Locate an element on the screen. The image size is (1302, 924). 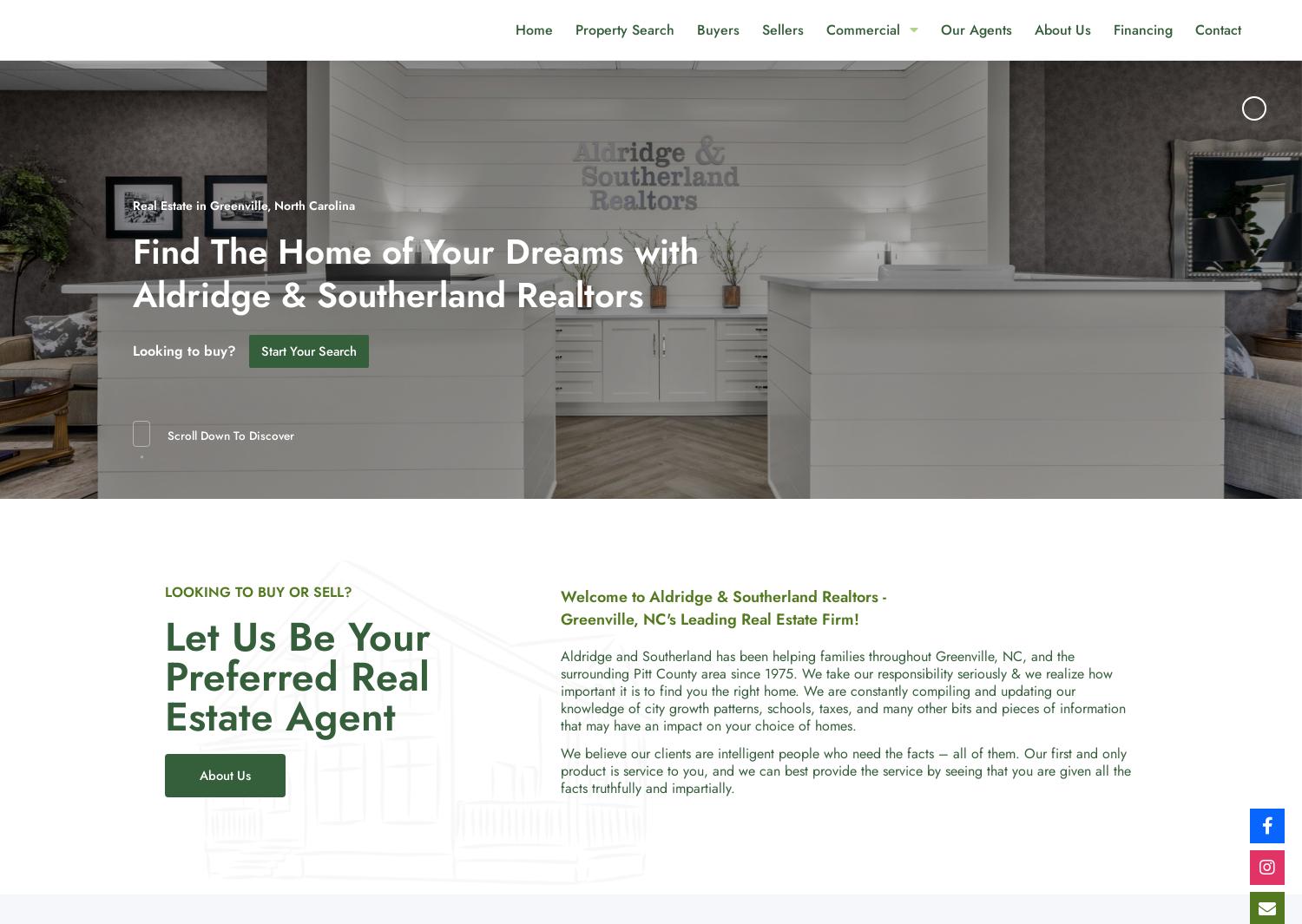
'About Us' is located at coordinates (198, 775).